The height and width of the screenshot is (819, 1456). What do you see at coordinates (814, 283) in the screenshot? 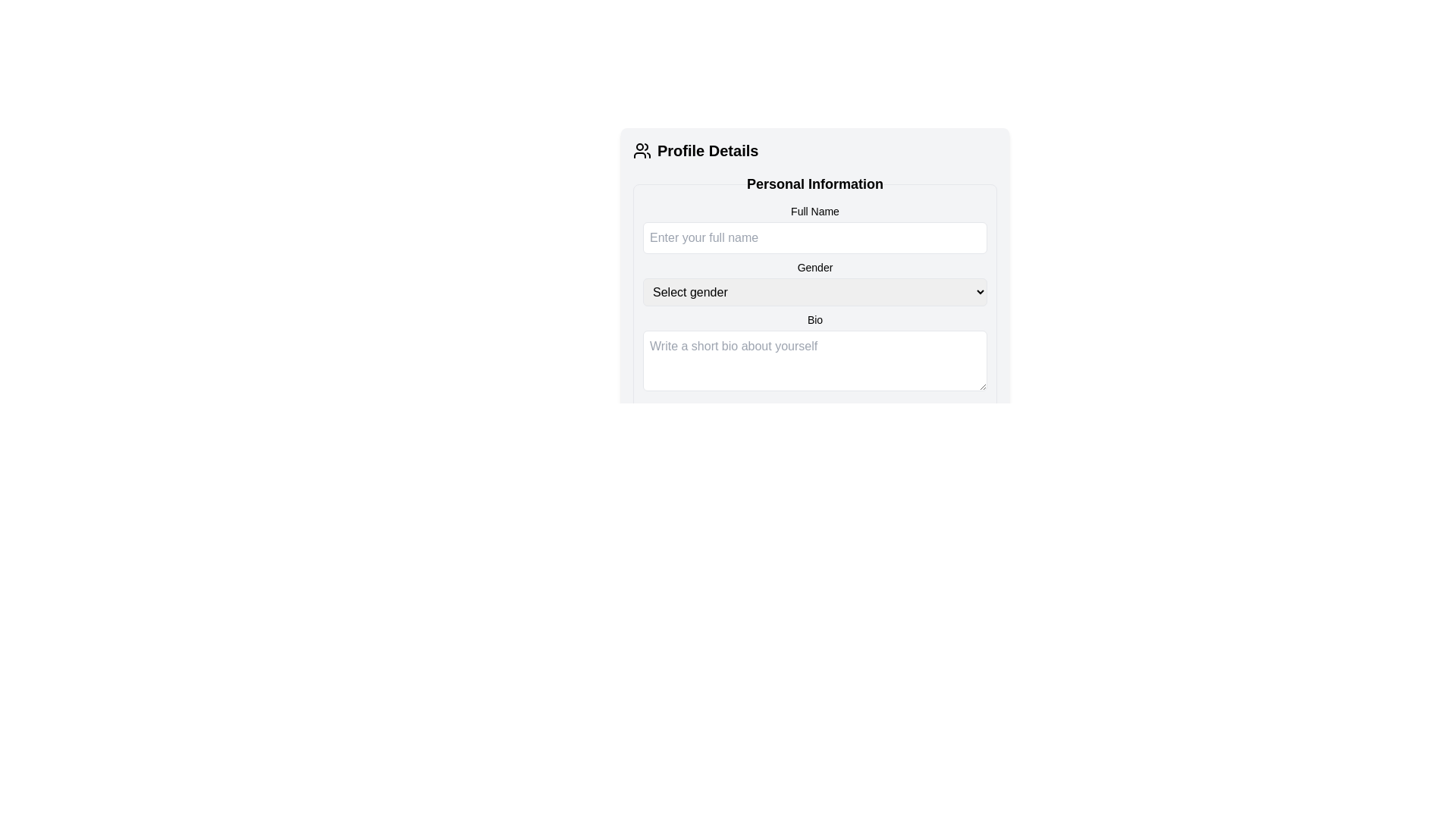
I see `the dropdown menu for selecting gender located in the 'Personal Information' section, which is the second field below 'Full Name' and directly above 'Bio'` at bounding box center [814, 283].